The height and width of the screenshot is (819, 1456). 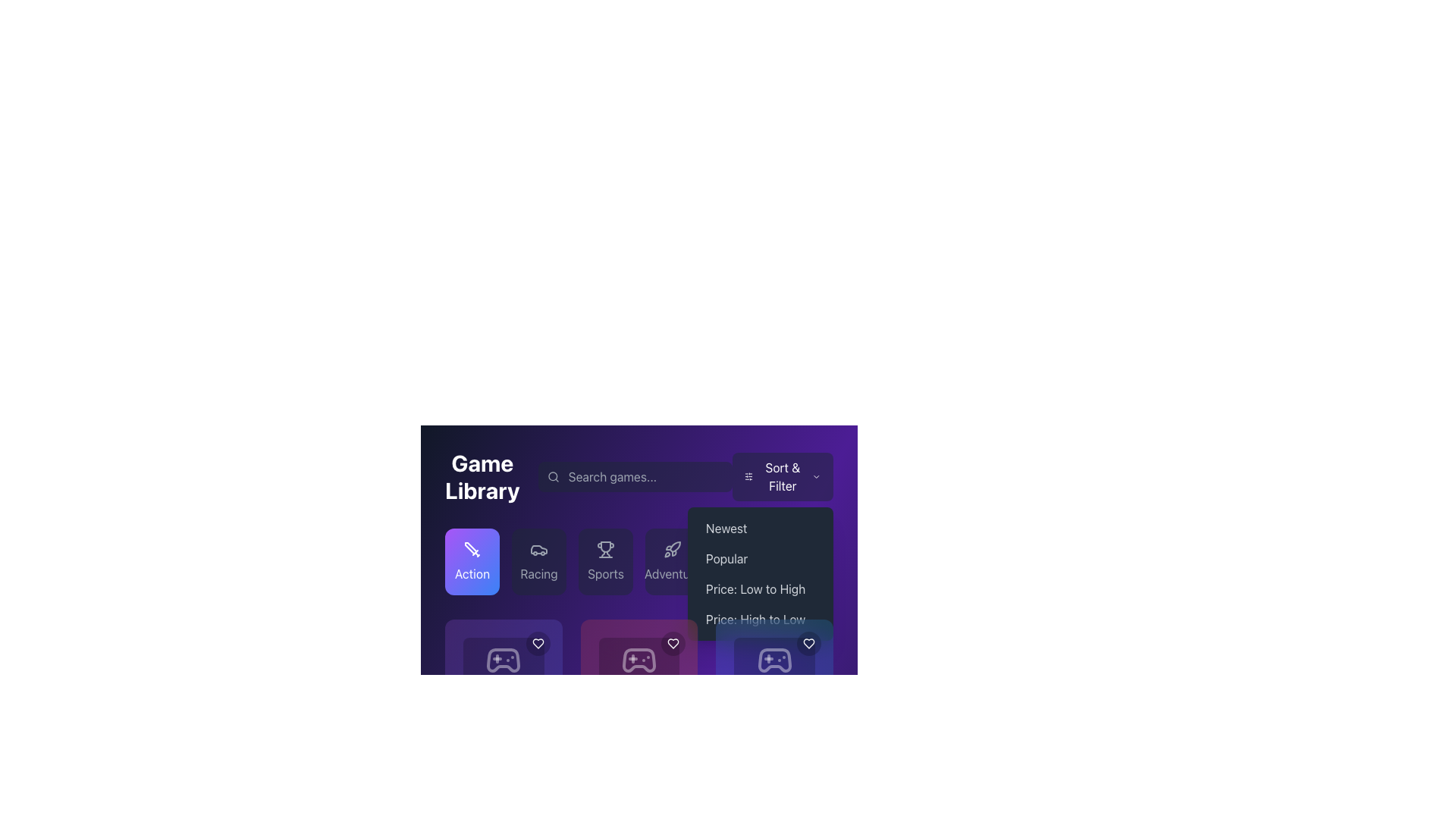 What do you see at coordinates (639, 660) in the screenshot?
I see `the game controller icon, which is the third tile` at bounding box center [639, 660].